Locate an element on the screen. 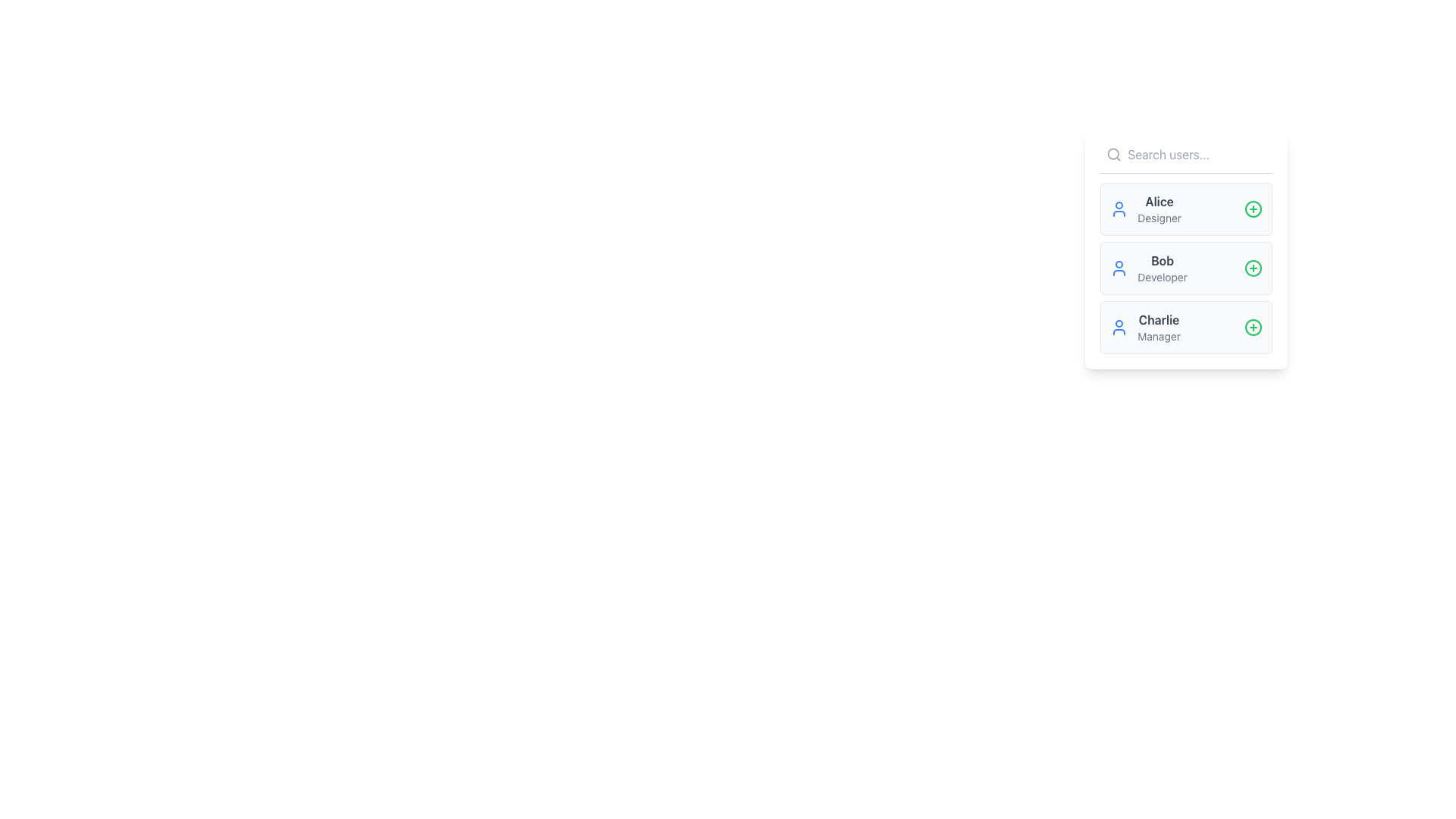 The image size is (1456, 819). the user icon for 'Charlie', who is a 'Manager', located as the third entry in the list on the left side of the user's name and designation is located at coordinates (1119, 327).